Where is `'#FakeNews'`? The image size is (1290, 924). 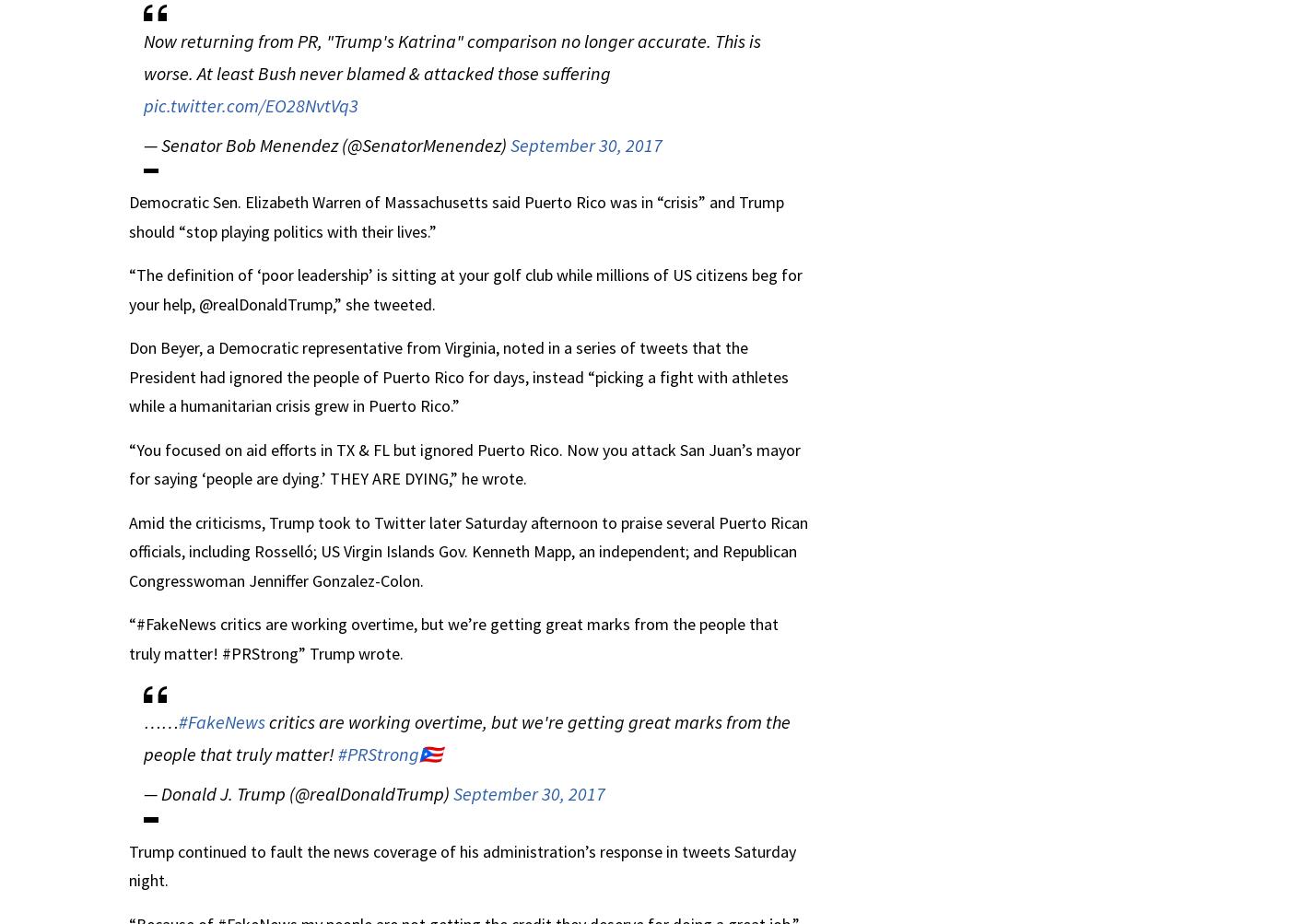
'#FakeNews' is located at coordinates (221, 720).